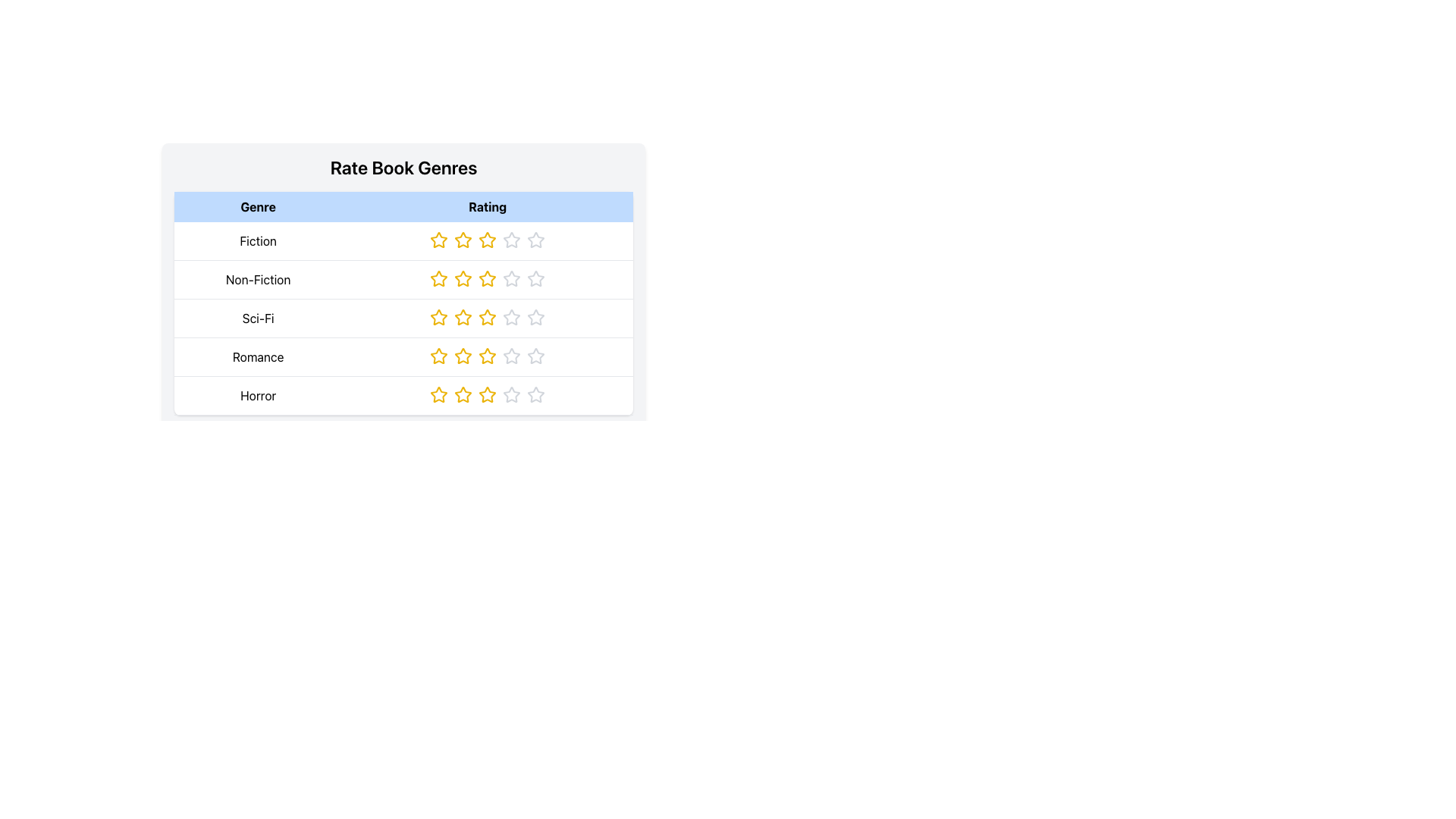 The width and height of the screenshot is (1456, 819). What do you see at coordinates (488, 239) in the screenshot?
I see `the third star-shaped icon with a yellow outline` at bounding box center [488, 239].